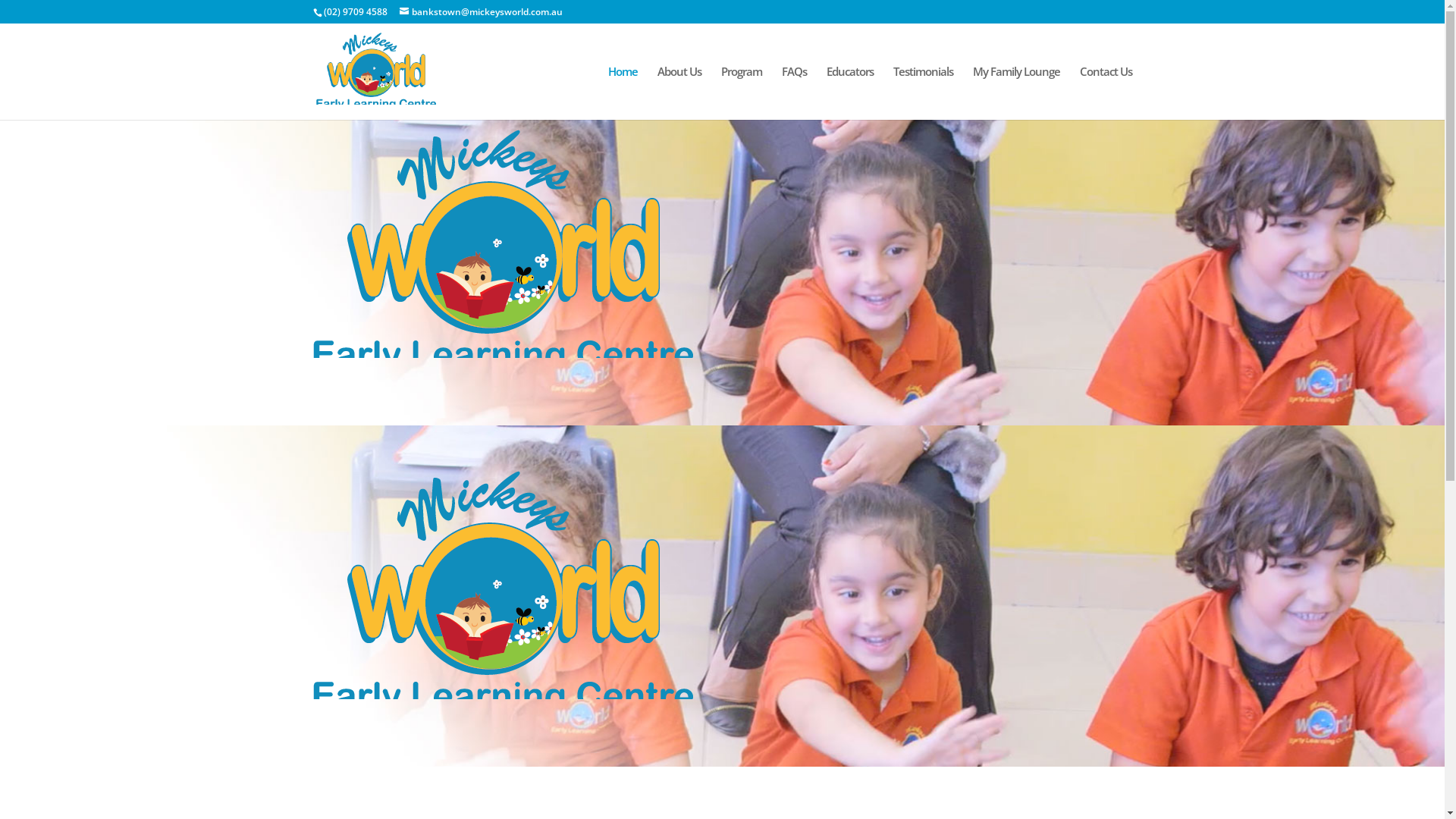 The width and height of the screenshot is (1456, 819). I want to click on 'Educators', so click(850, 93).